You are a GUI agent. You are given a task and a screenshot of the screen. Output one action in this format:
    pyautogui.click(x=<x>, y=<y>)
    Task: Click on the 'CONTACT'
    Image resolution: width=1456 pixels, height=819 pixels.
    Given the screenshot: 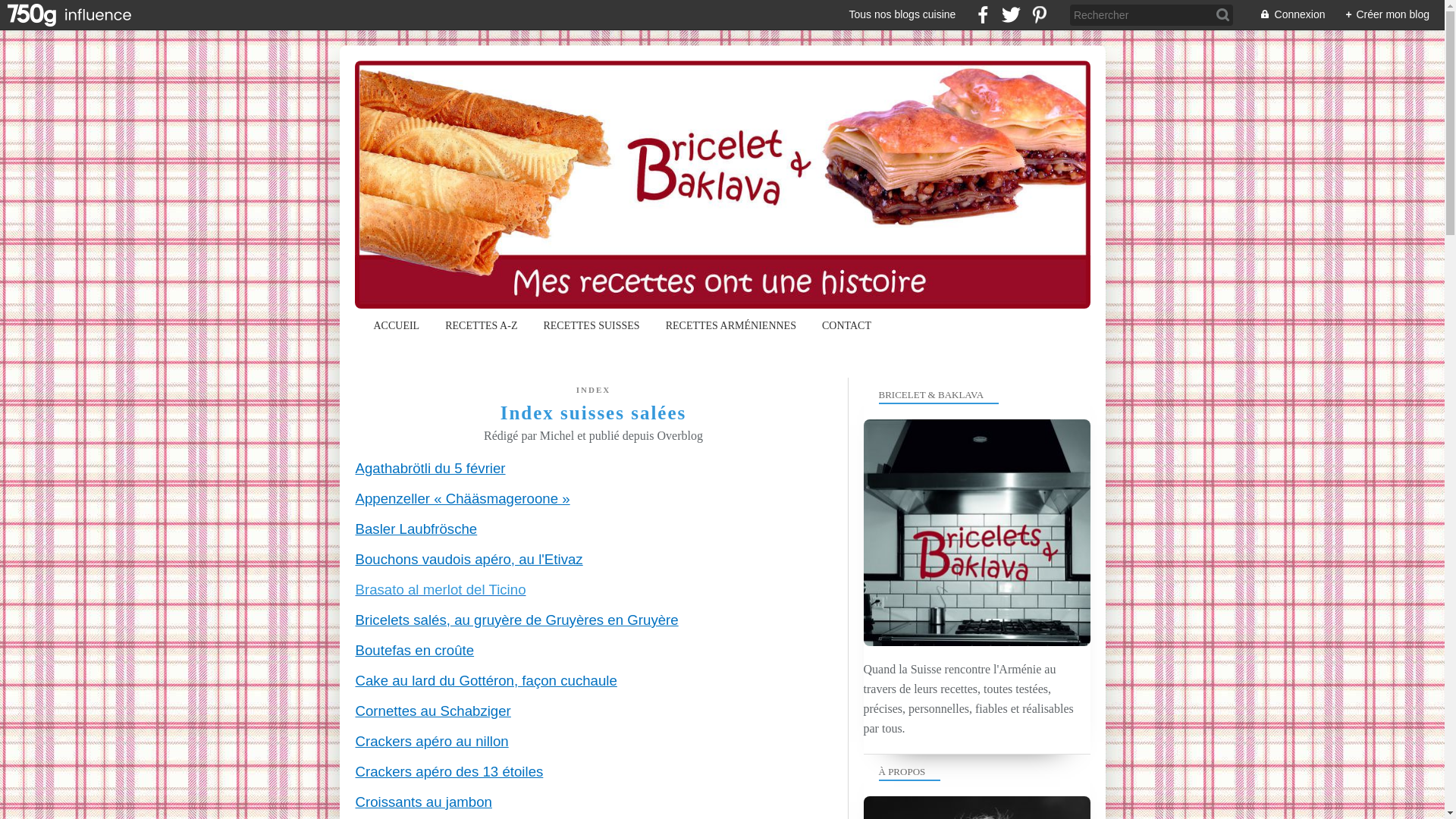 What is the action you would take?
    pyautogui.click(x=846, y=325)
    